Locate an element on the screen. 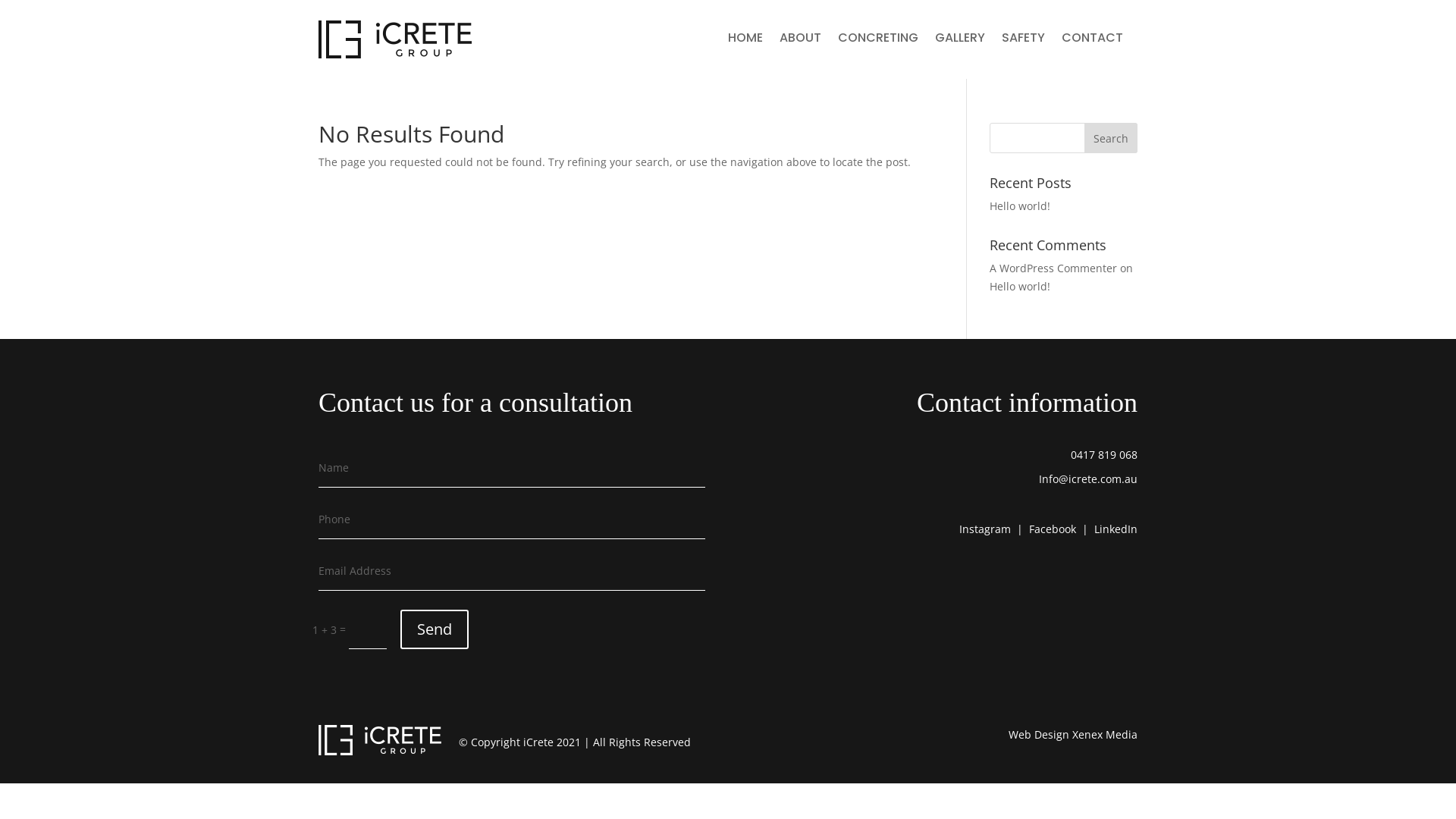 The image size is (1456, 819). 'Instagram' is located at coordinates (985, 528).